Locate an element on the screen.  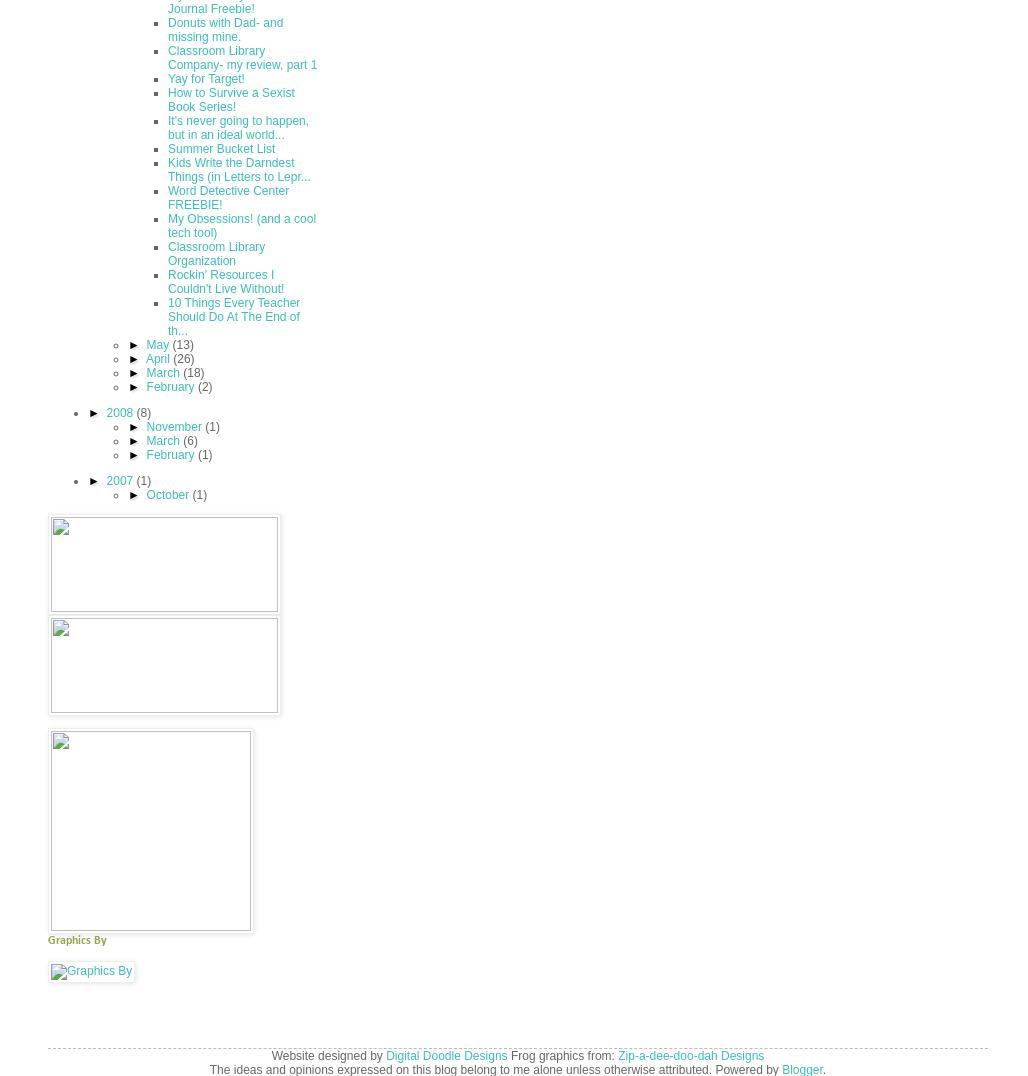
'Graphics By' is located at coordinates (76, 939).